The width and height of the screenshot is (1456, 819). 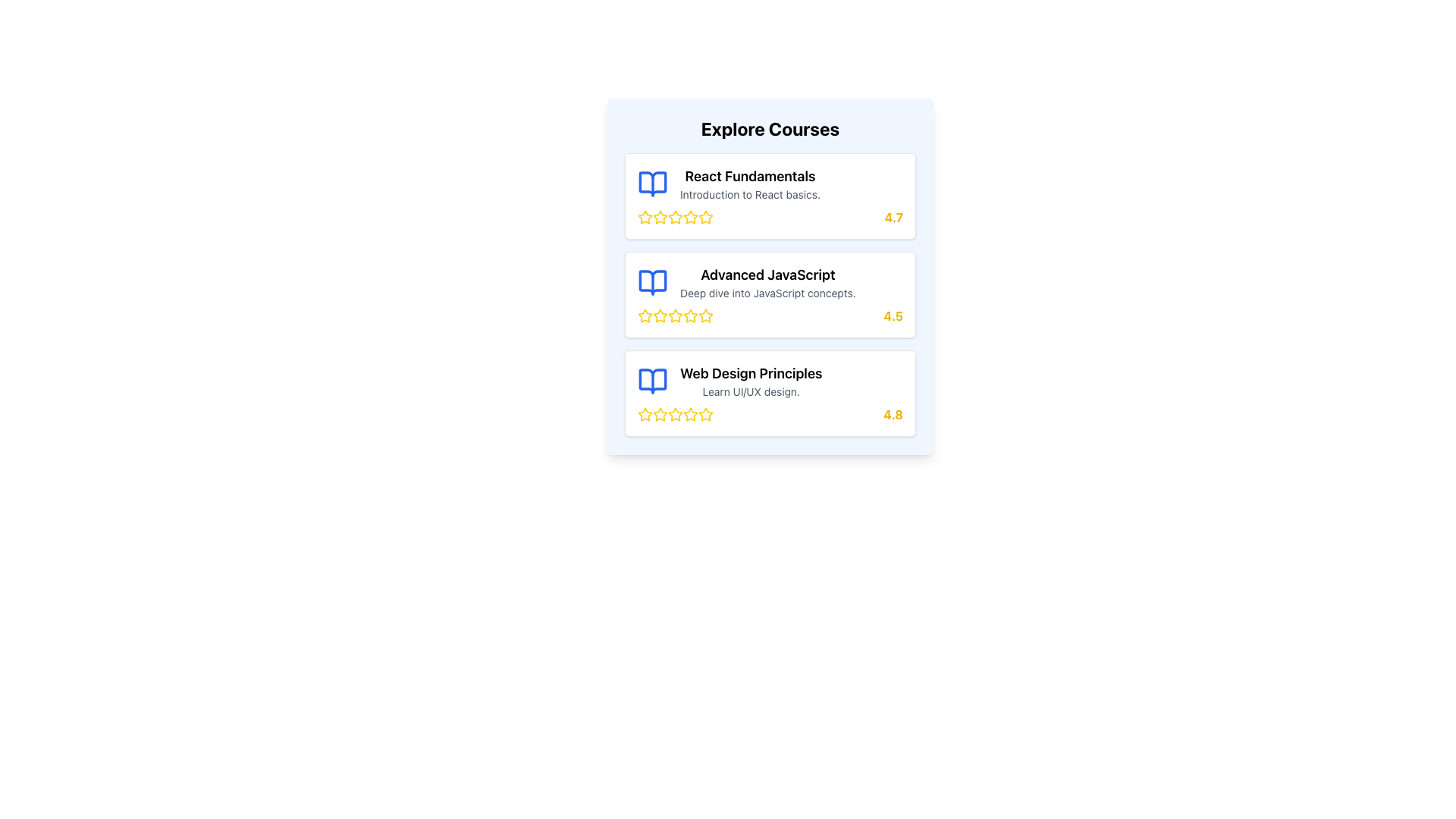 What do you see at coordinates (660, 415) in the screenshot?
I see `third star icon in the rating row under the 'Web Design Principles' course, which is styled with a yellow fill and a thin border` at bounding box center [660, 415].